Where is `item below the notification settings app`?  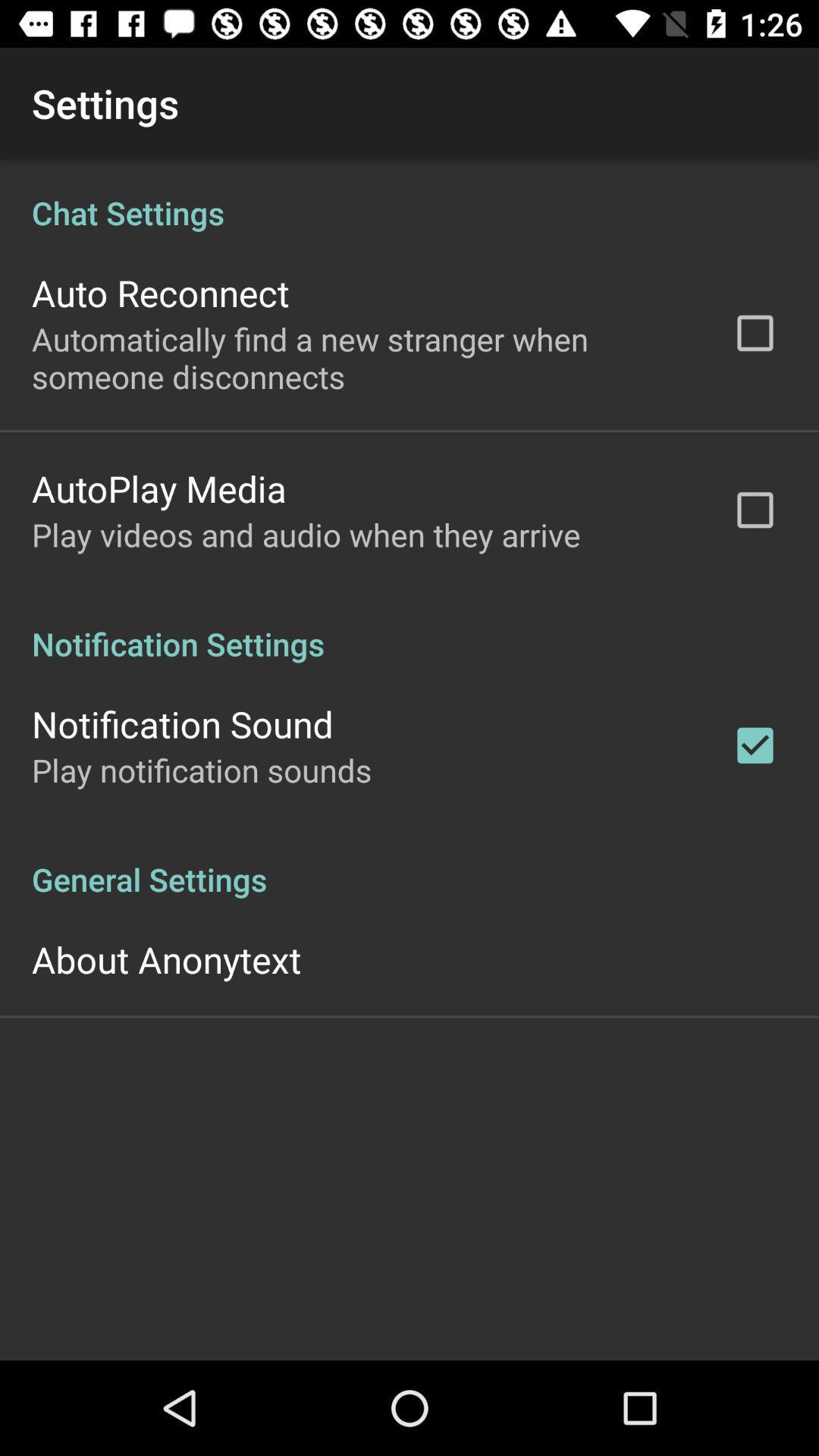 item below the notification settings app is located at coordinates (181, 723).